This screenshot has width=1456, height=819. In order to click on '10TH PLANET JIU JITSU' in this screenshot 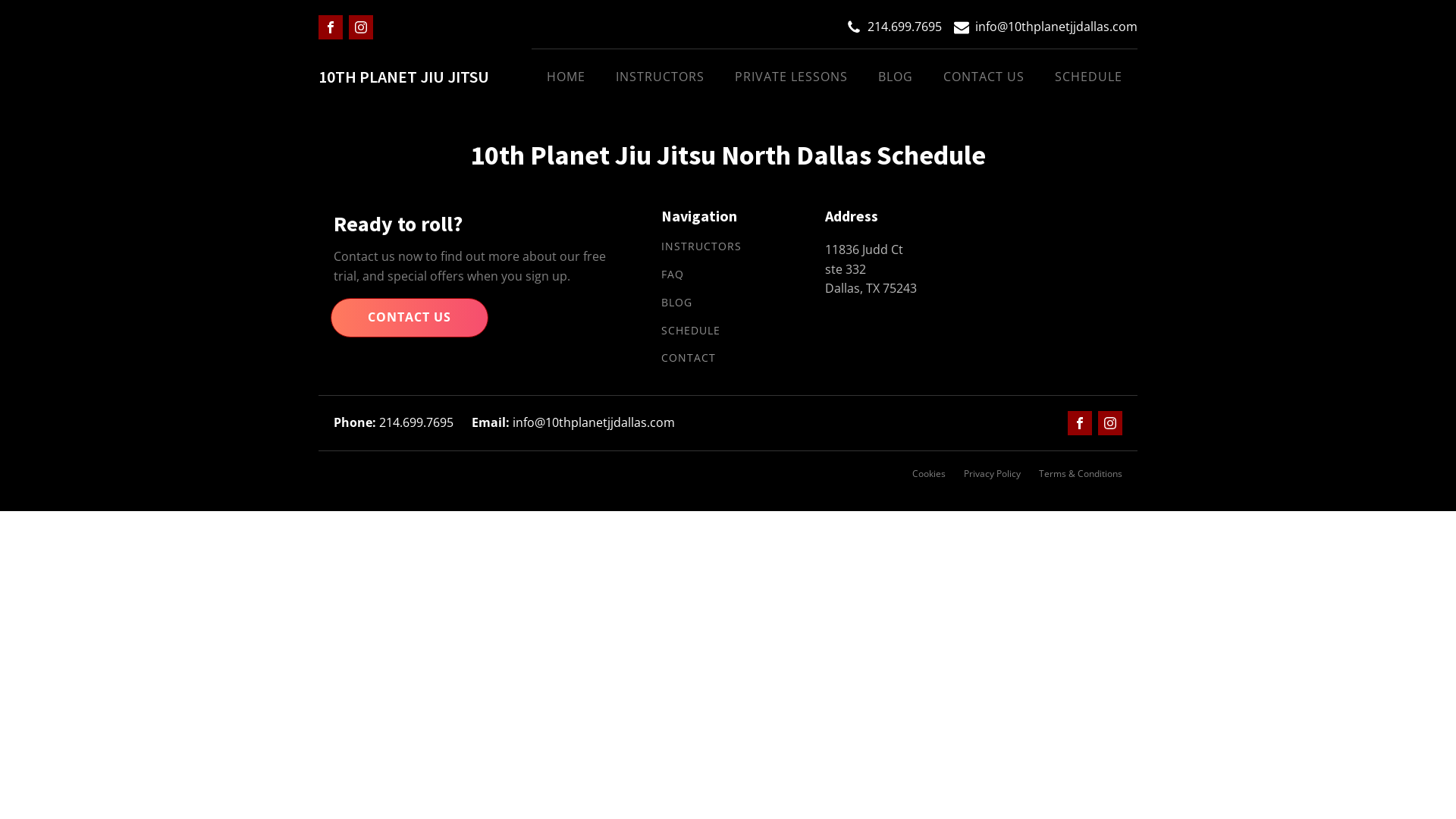, I will do `click(403, 77)`.